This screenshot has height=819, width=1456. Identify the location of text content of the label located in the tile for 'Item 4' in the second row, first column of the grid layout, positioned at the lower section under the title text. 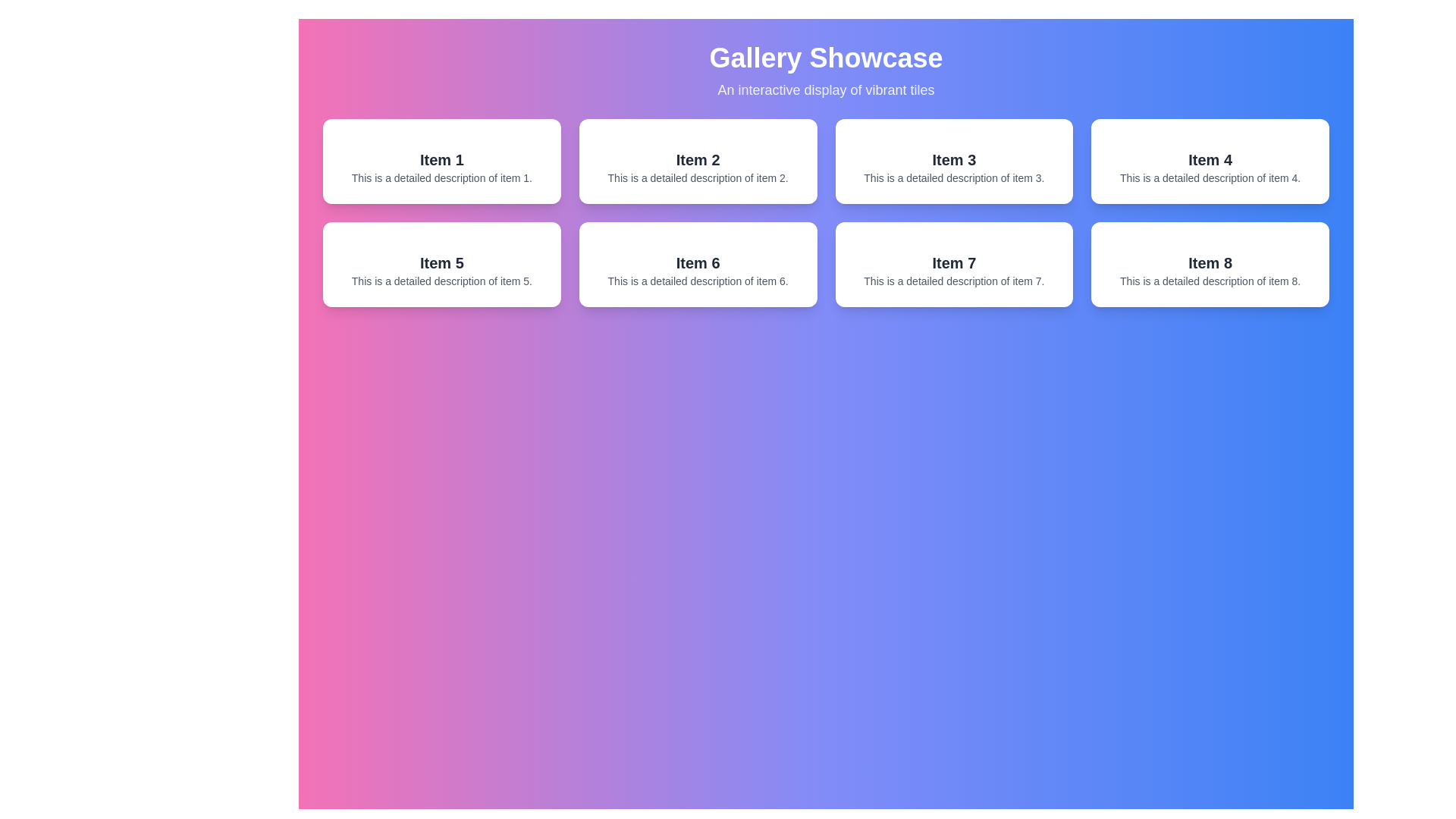
(1210, 177).